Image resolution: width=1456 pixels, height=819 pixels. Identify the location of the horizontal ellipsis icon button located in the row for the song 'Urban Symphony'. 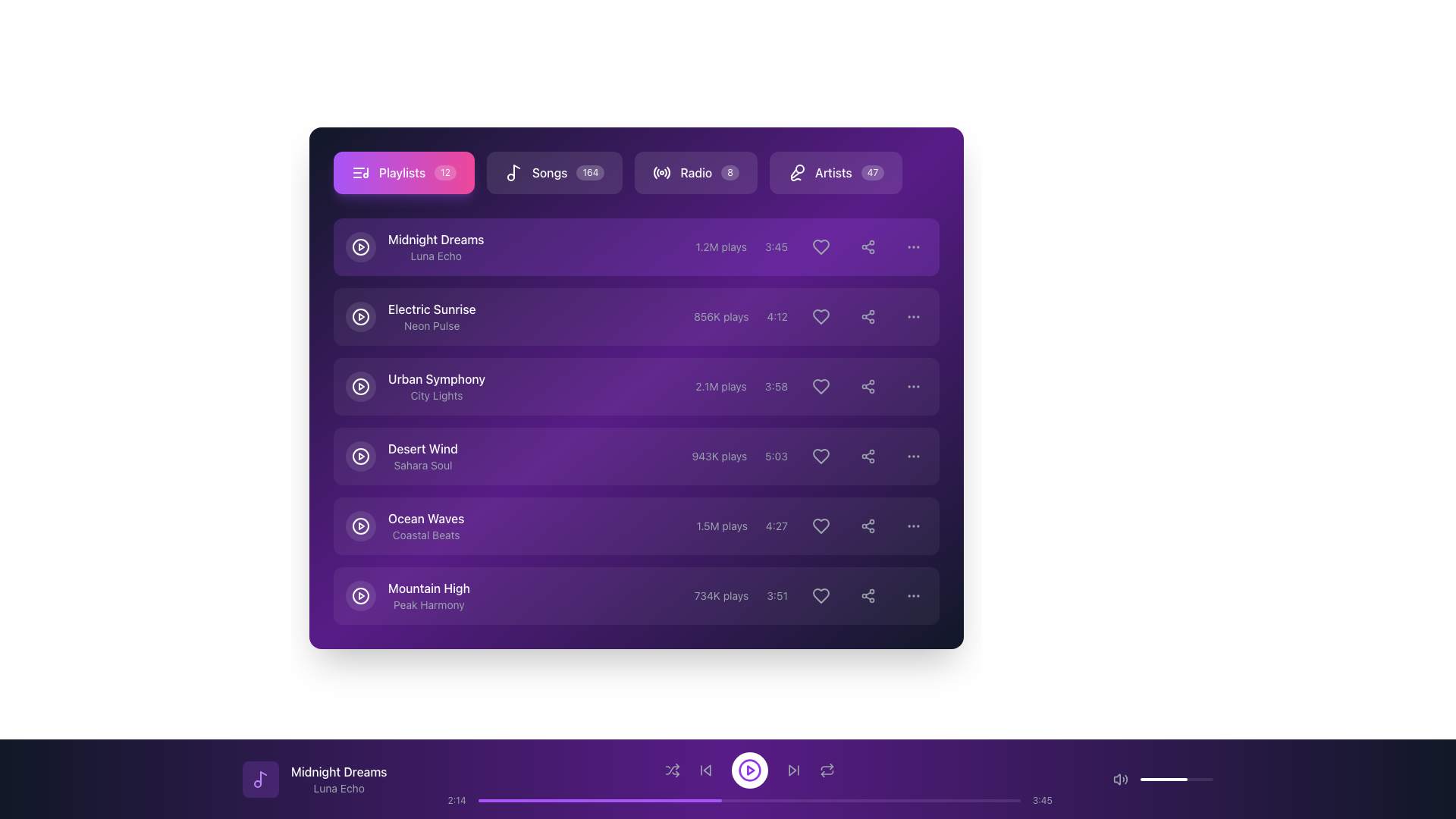
(912, 385).